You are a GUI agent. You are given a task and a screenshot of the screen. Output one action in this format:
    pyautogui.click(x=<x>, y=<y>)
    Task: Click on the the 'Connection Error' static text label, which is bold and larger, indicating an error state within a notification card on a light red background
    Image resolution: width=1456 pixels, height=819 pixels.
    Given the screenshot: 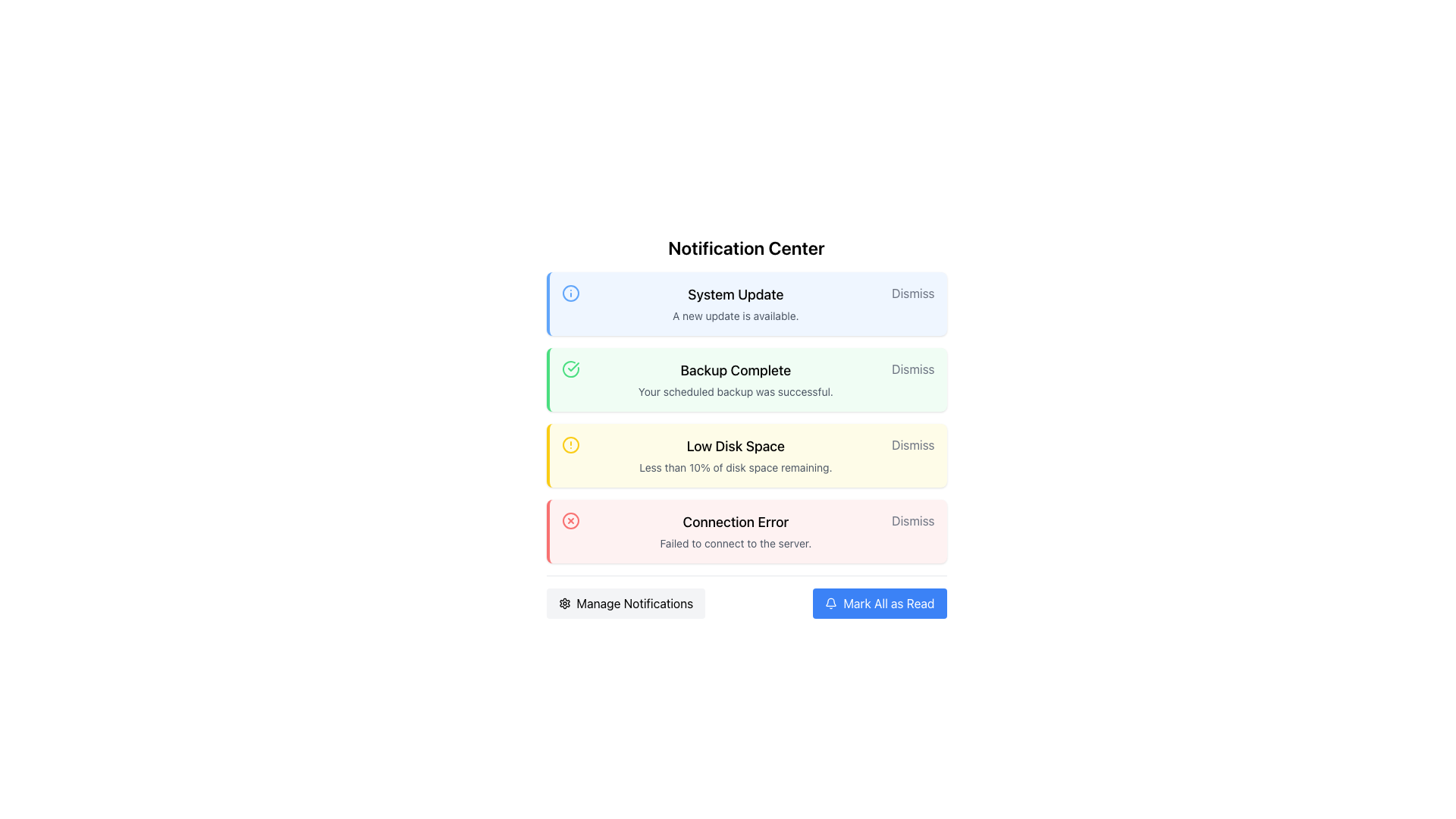 What is the action you would take?
    pyautogui.click(x=736, y=522)
    